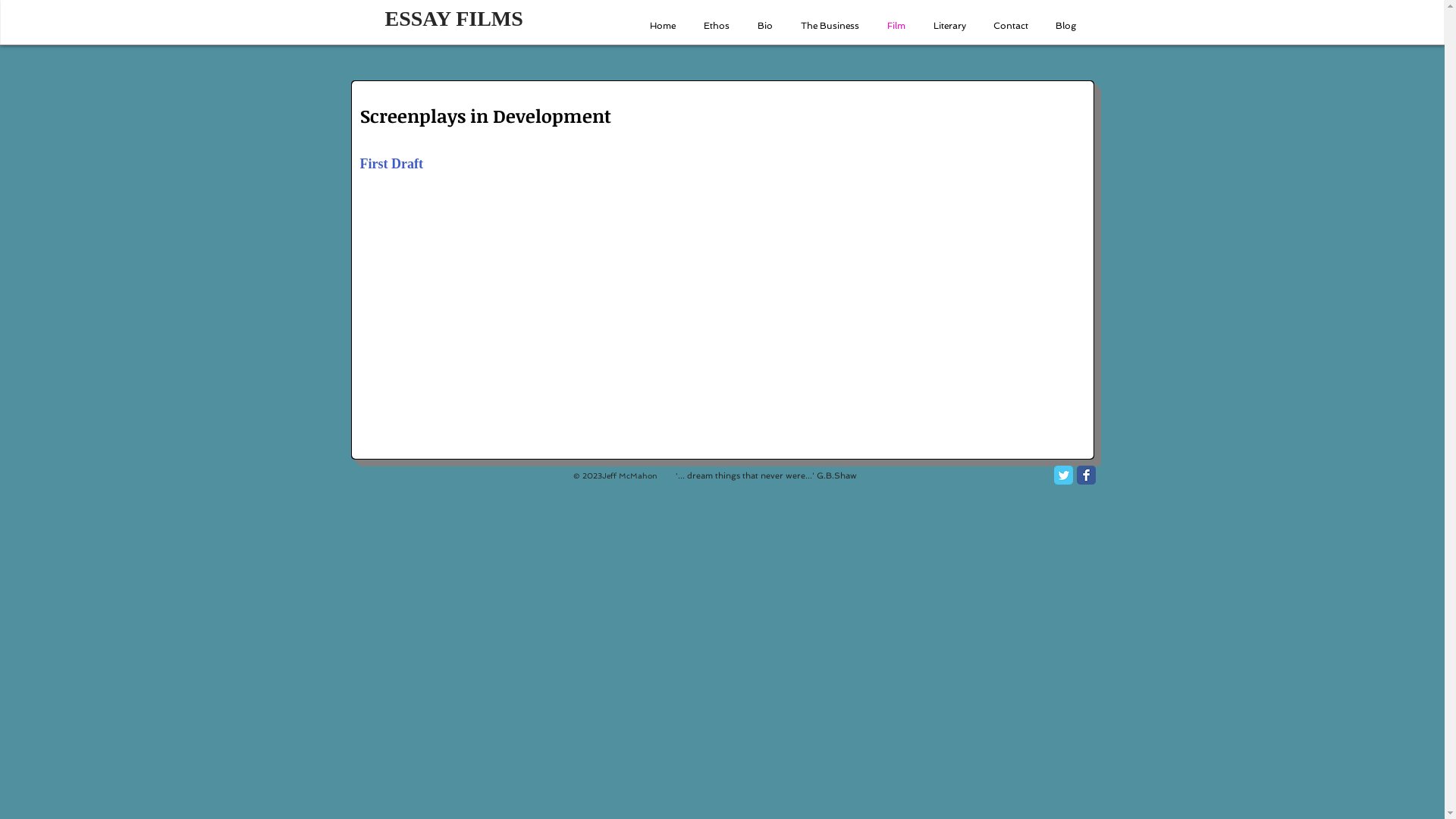 The height and width of the screenshot is (819, 1456). What do you see at coordinates (946, 26) in the screenshot?
I see `'Literary'` at bounding box center [946, 26].